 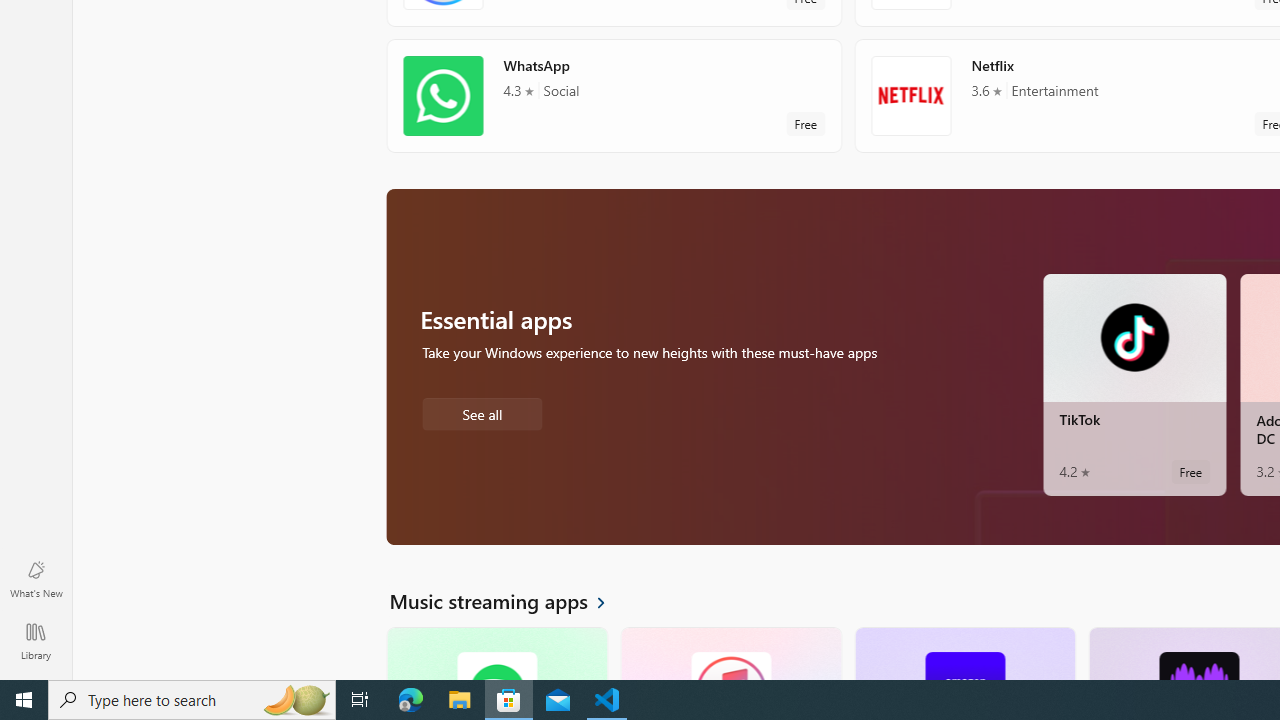 What do you see at coordinates (1134, 384) in the screenshot?
I see `'TikTok. Average rating of 4.2 out of five stars. Free  '` at bounding box center [1134, 384].